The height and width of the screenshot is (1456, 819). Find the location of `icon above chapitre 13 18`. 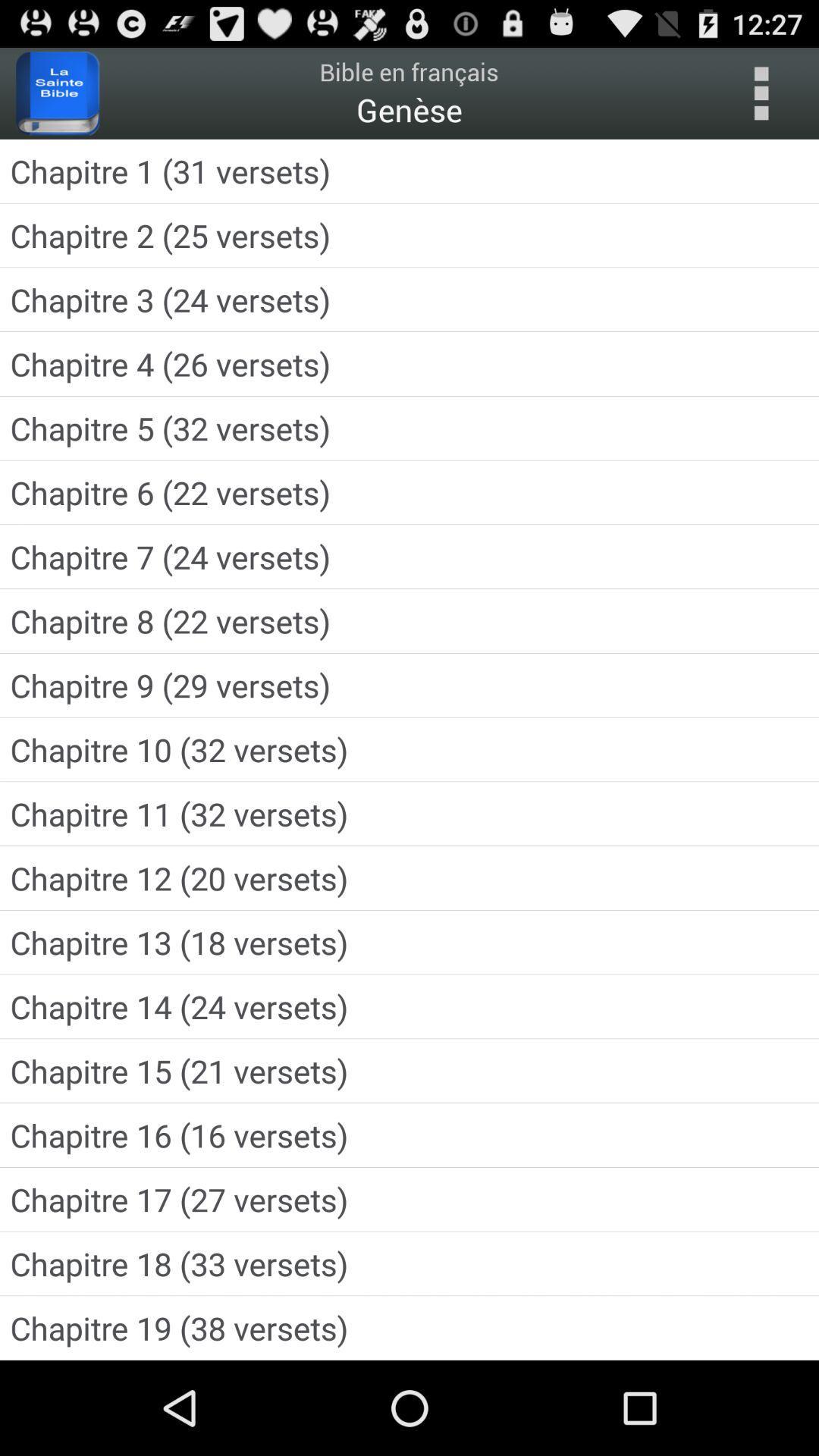

icon above chapitre 13 18 is located at coordinates (409, 877).